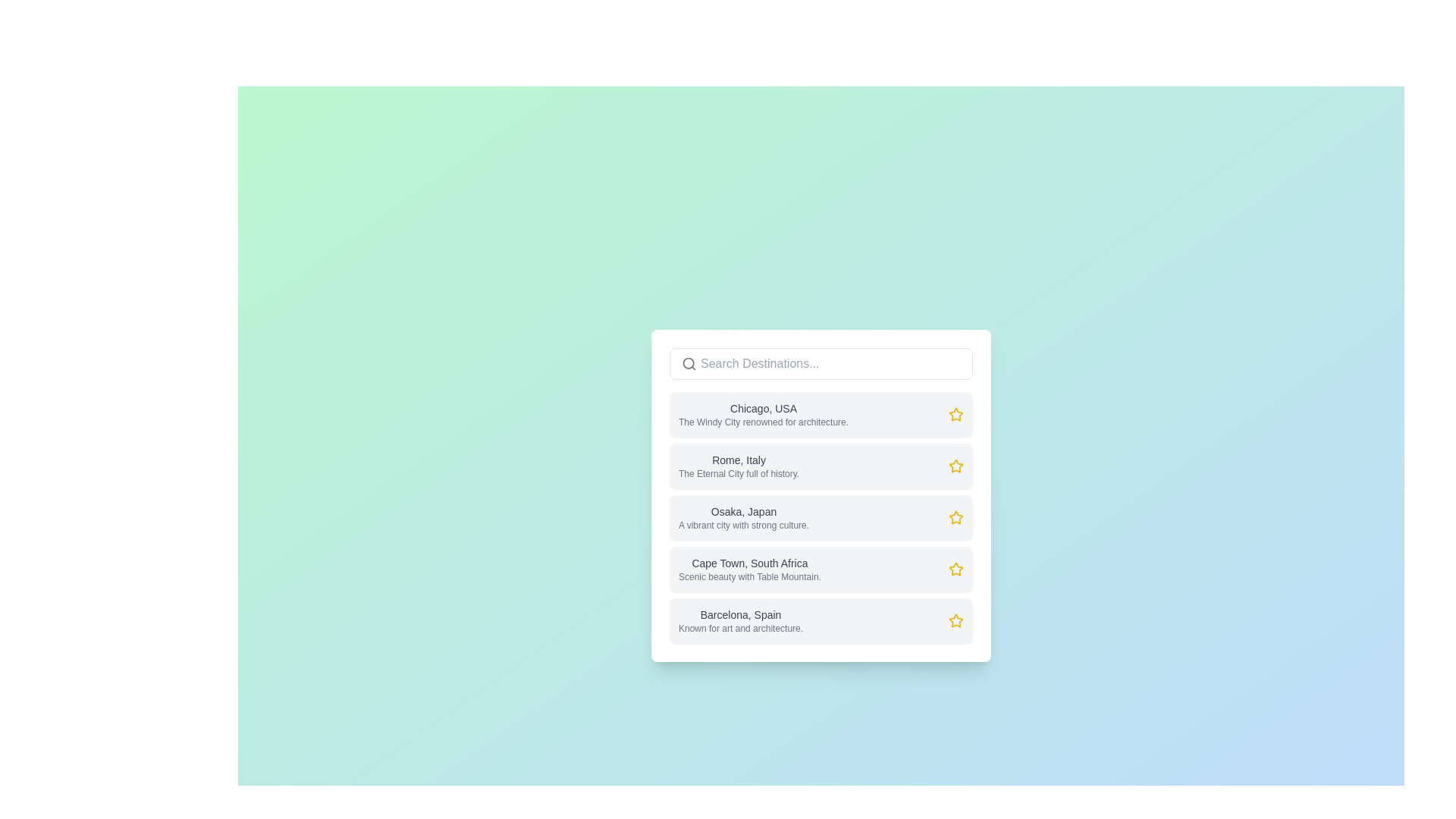 The width and height of the screenshot is (1456, 819). What do you see at coordinates (764, 408) in the screenshot?
I see `the text label displaying 'Chicago, USA' which is styled as a heading and is located above the text 'The Windy City renowned for architecture'` at bounding box center [764, 408].